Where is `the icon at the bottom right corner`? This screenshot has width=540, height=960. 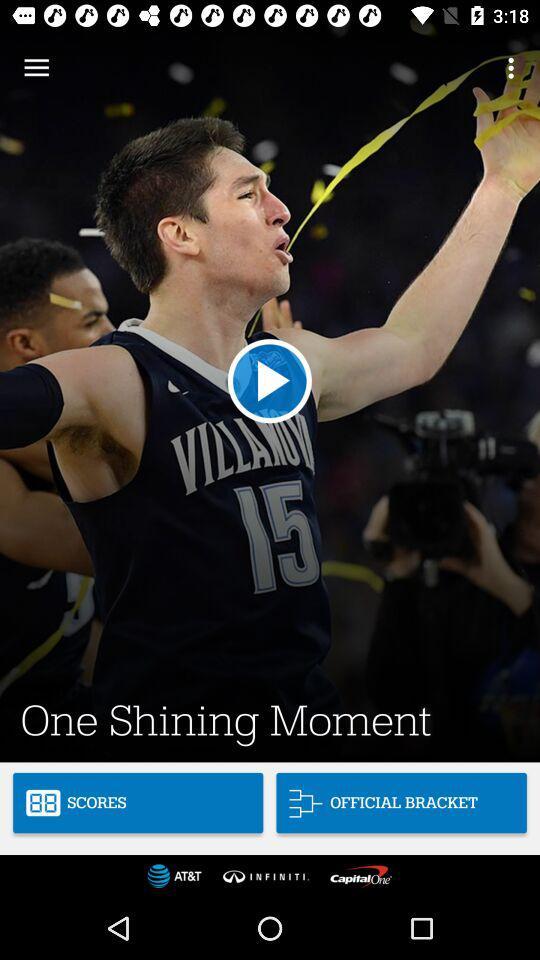
the icon at the bottom right corner is located at coordinates (401, 803).